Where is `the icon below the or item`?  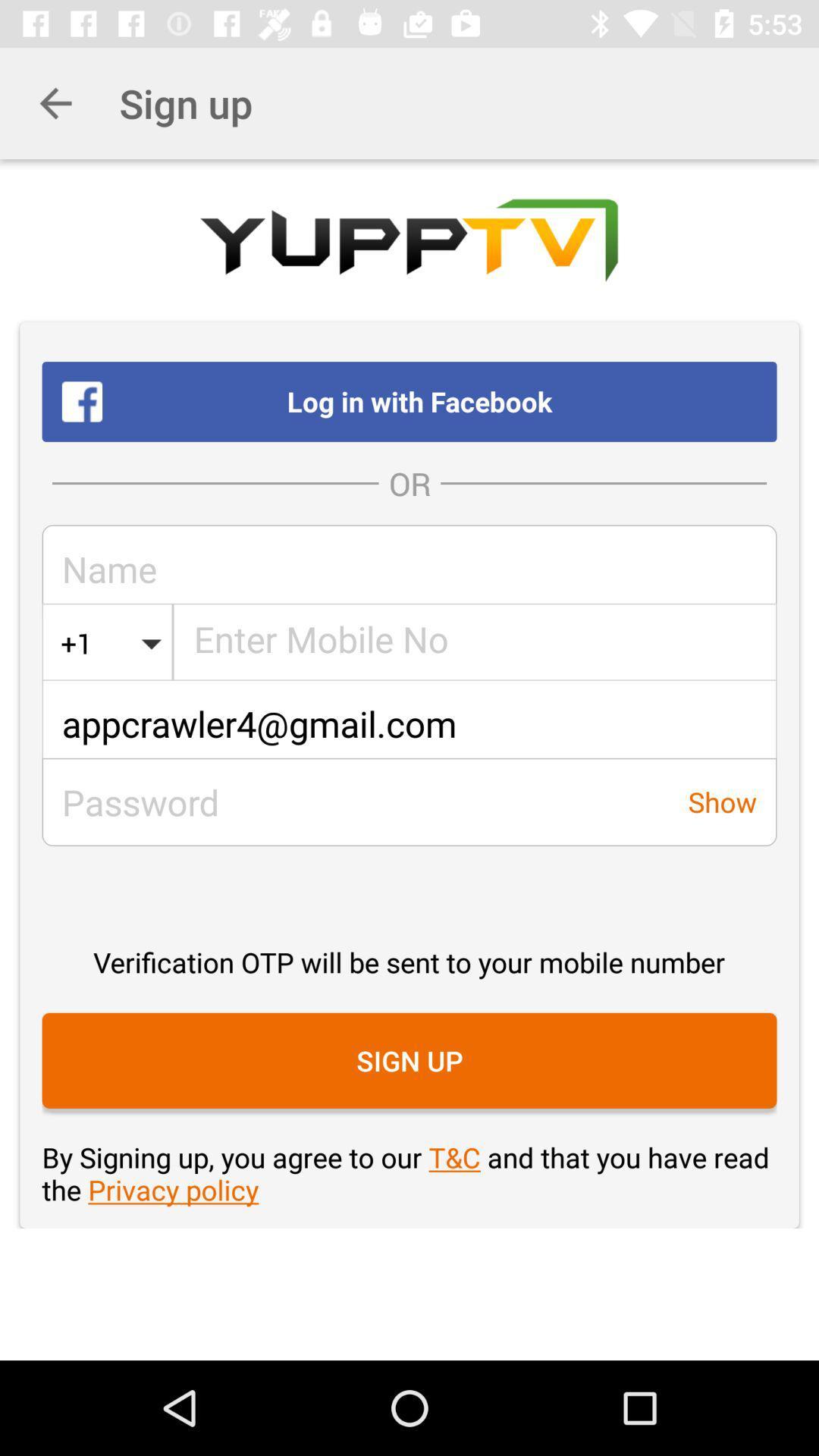 the icon below the or item is located at coordinates (409, 568).